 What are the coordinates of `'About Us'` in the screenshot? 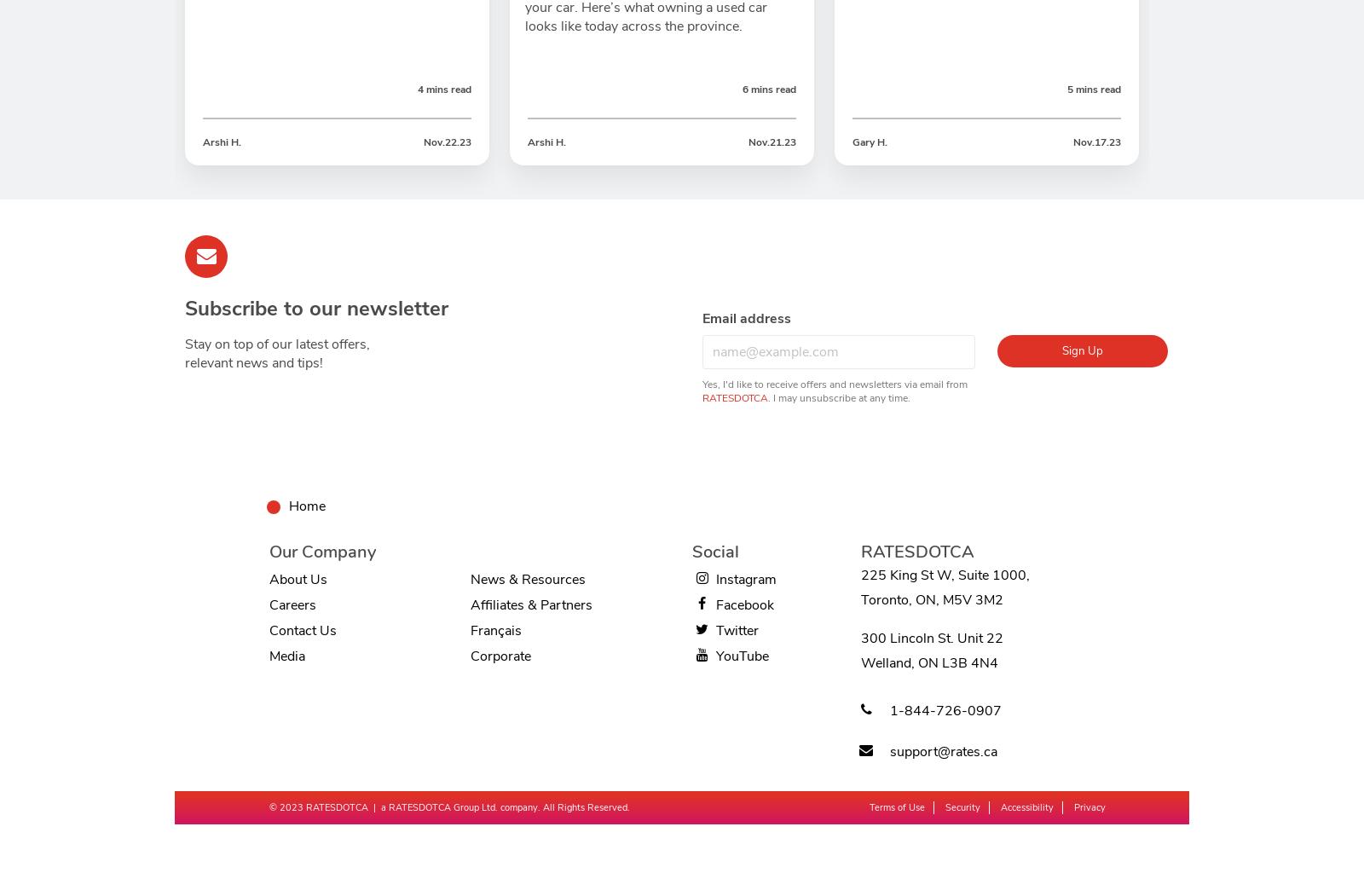 It's located at (269, 579).